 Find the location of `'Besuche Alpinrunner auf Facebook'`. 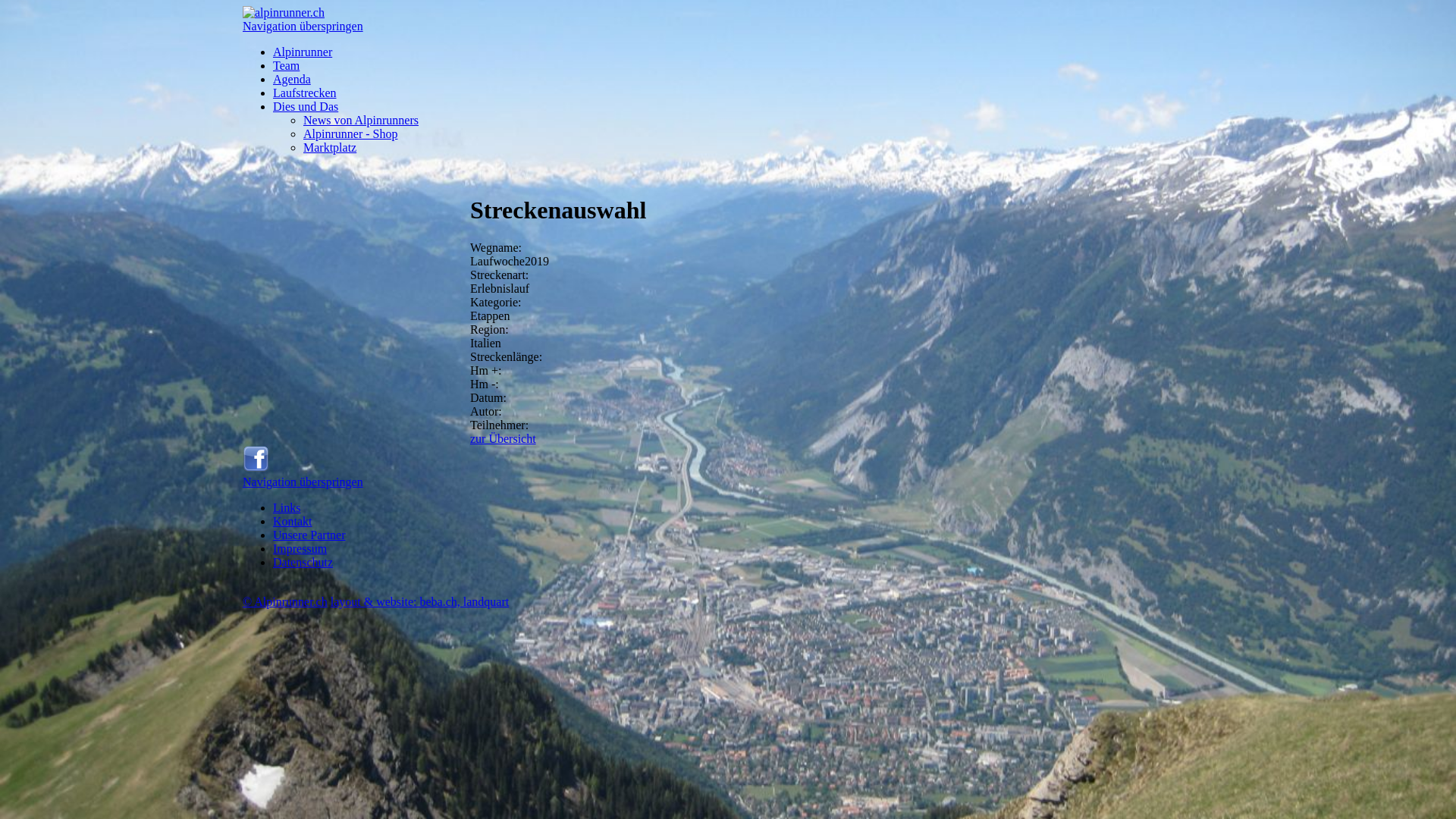

'Besuche Alpinrunner auf Facebook' is located at coordinates (243, 467).